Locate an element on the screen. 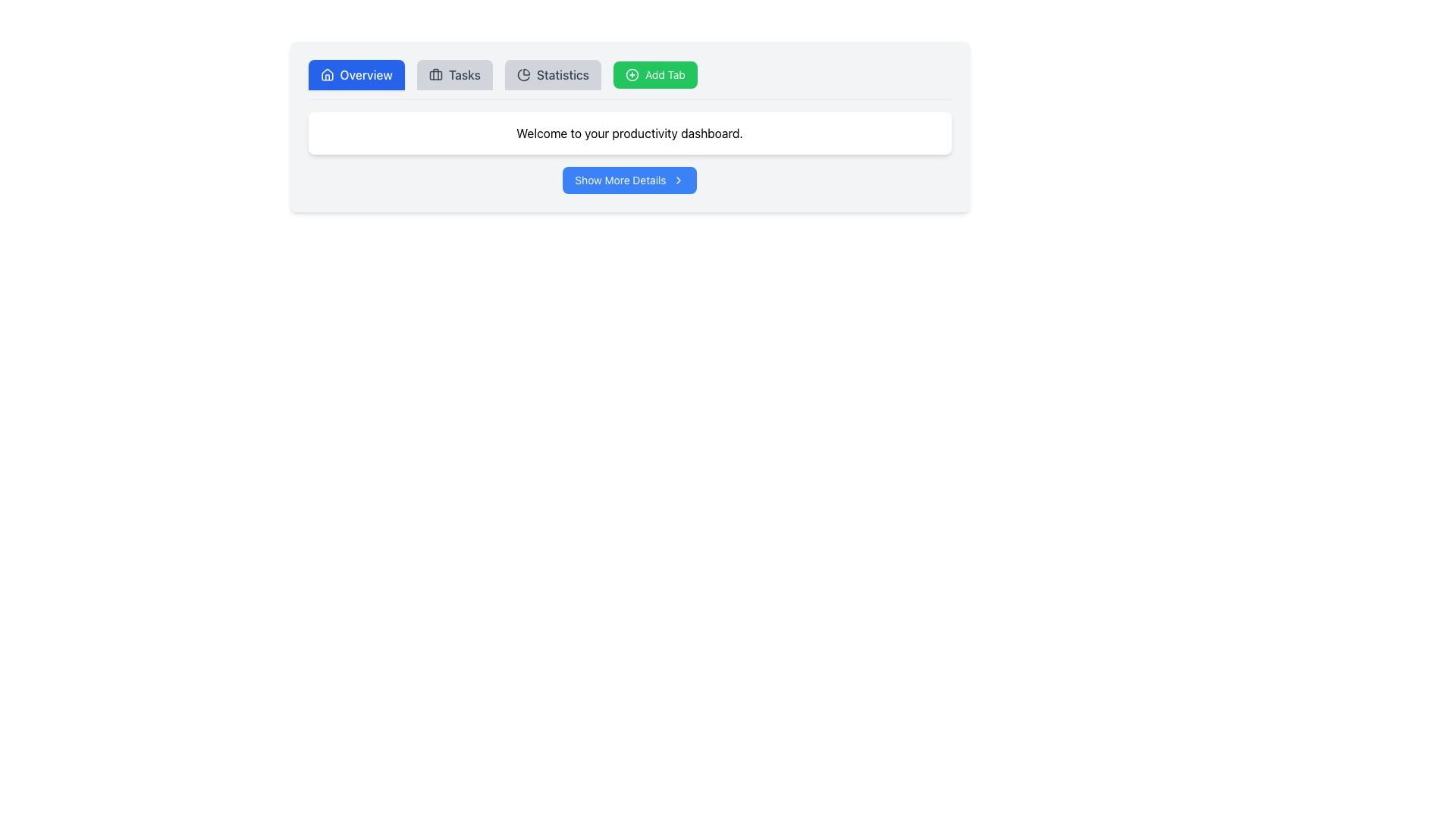  the Static Text Display Area which contains the text 'Welcome to your productivity dashboard.' is located at coordinates (629, 133).